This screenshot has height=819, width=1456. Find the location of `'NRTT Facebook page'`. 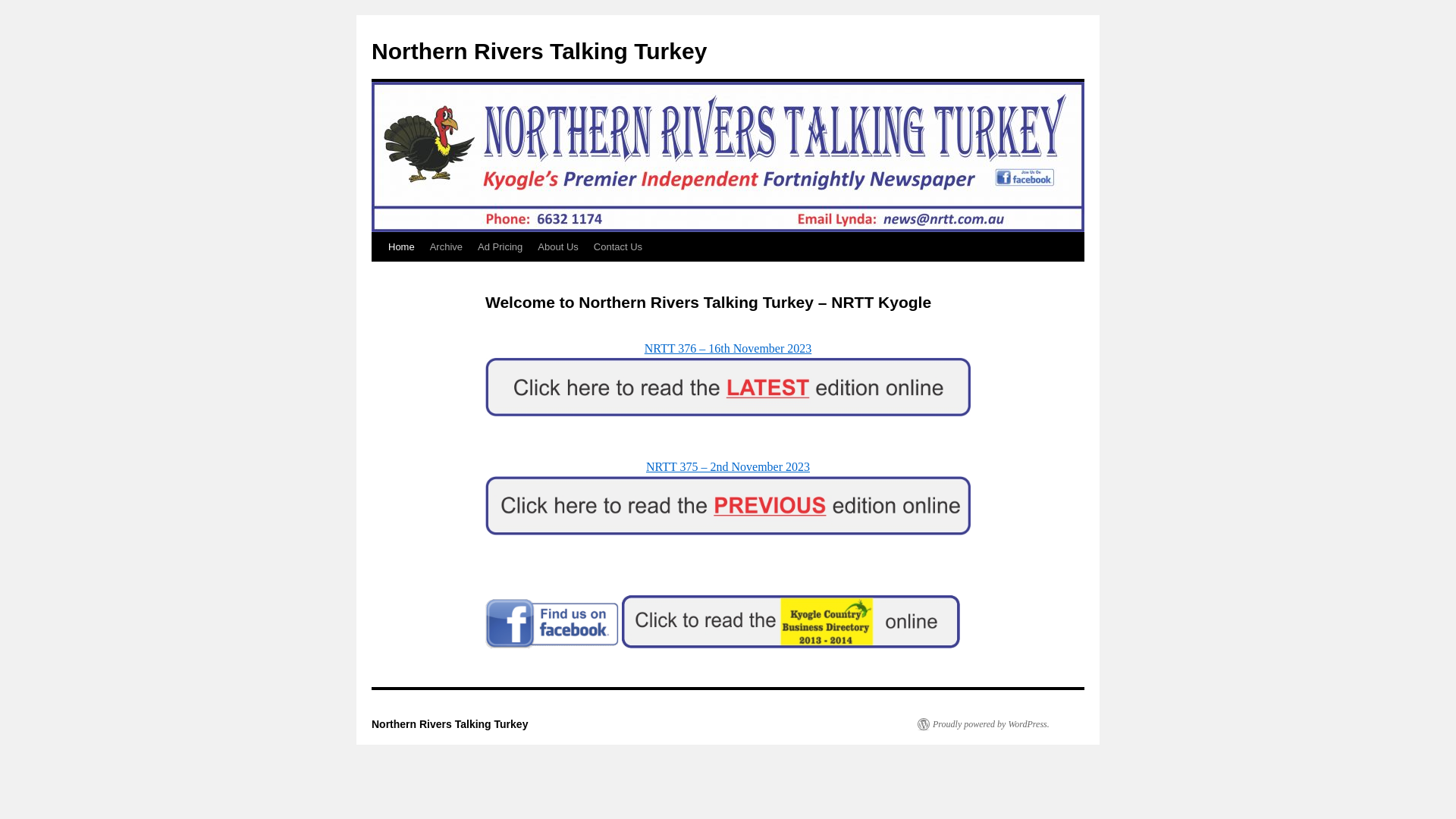

'NRTT Facebook page' is located at coordinates (551, 623).